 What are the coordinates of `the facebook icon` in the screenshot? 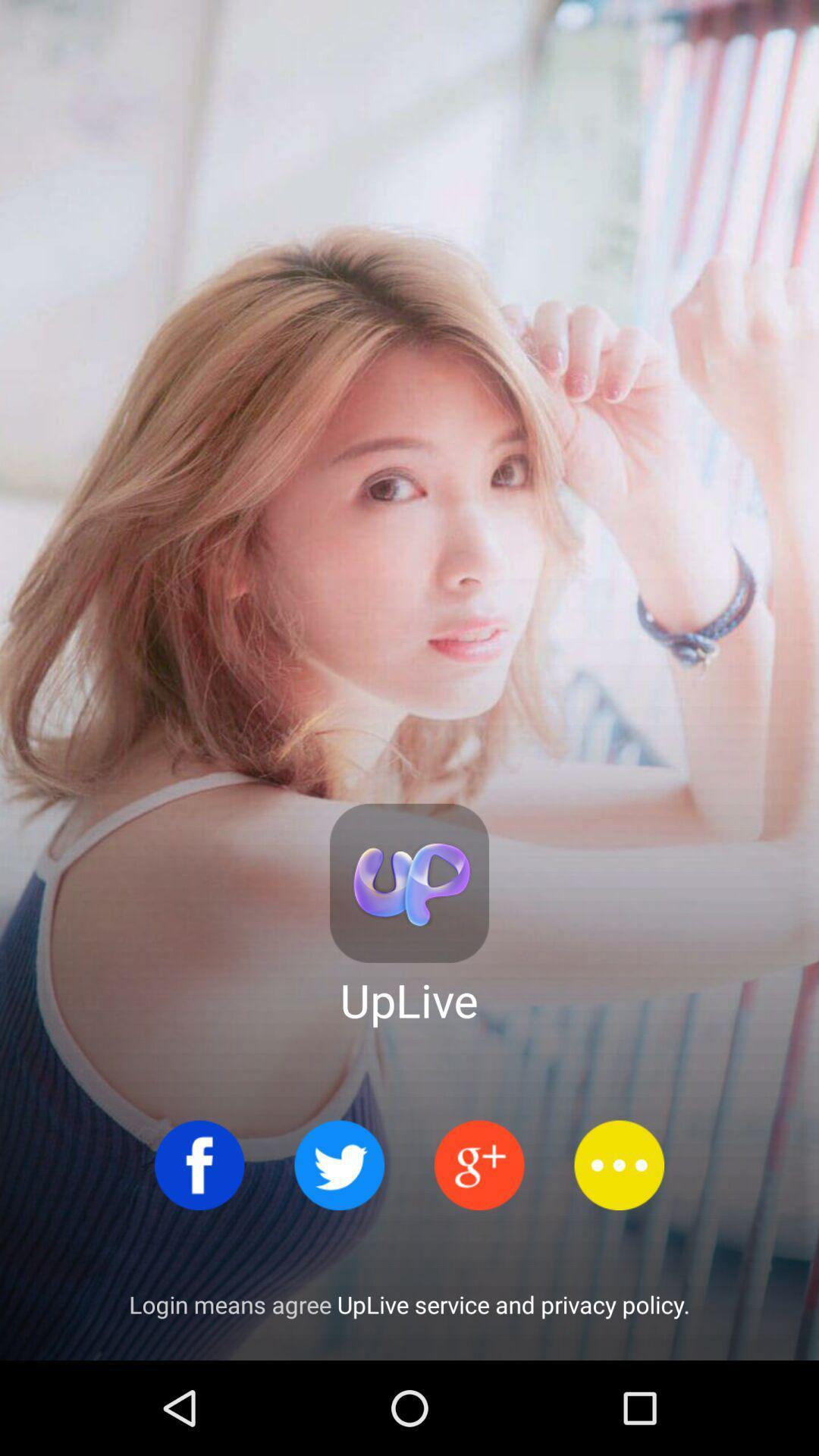 It's located at (199, 1164).